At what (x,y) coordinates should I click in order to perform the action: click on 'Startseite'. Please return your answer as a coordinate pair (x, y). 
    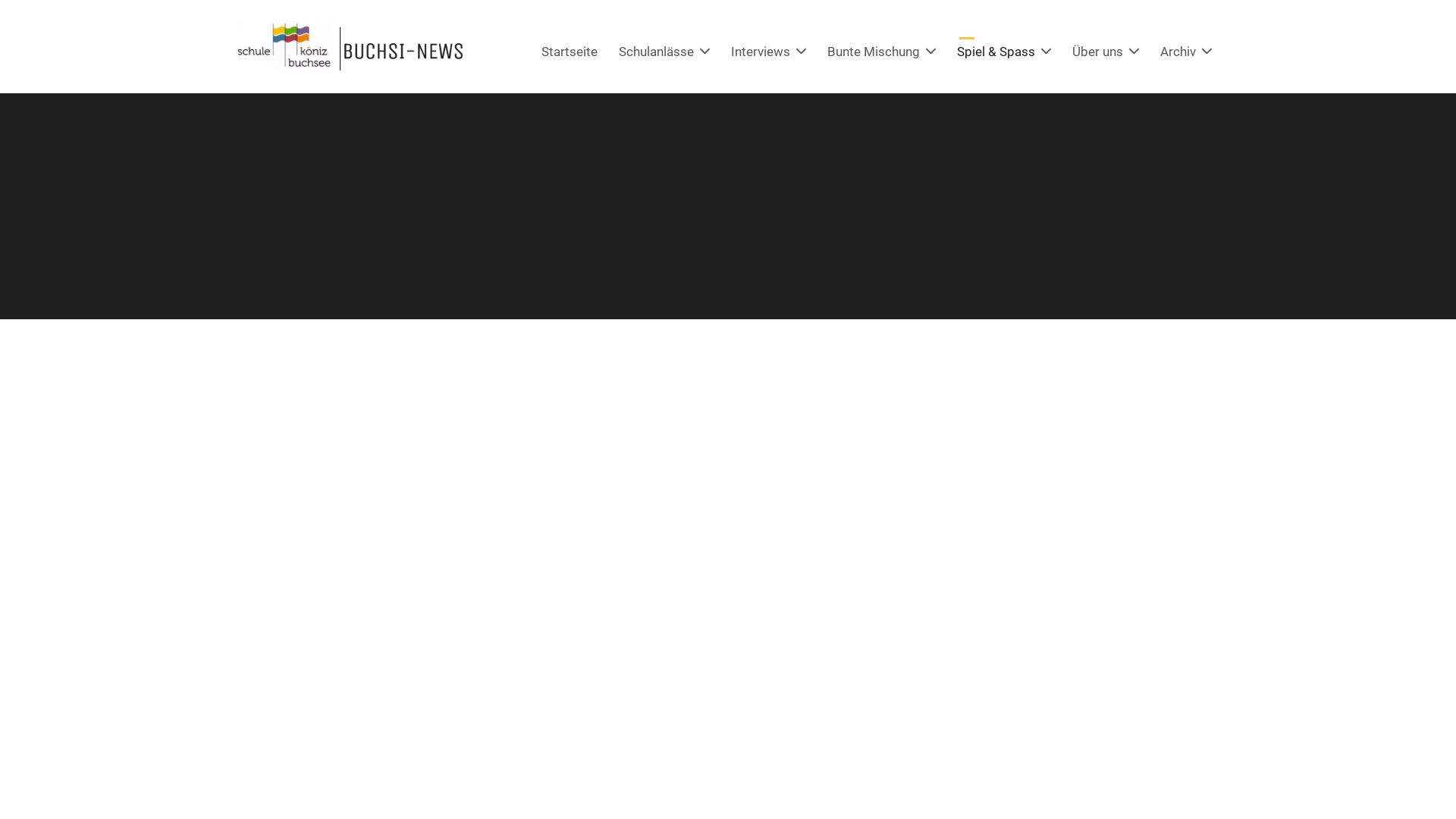
    Looking at the image, I should click on (532, 51).